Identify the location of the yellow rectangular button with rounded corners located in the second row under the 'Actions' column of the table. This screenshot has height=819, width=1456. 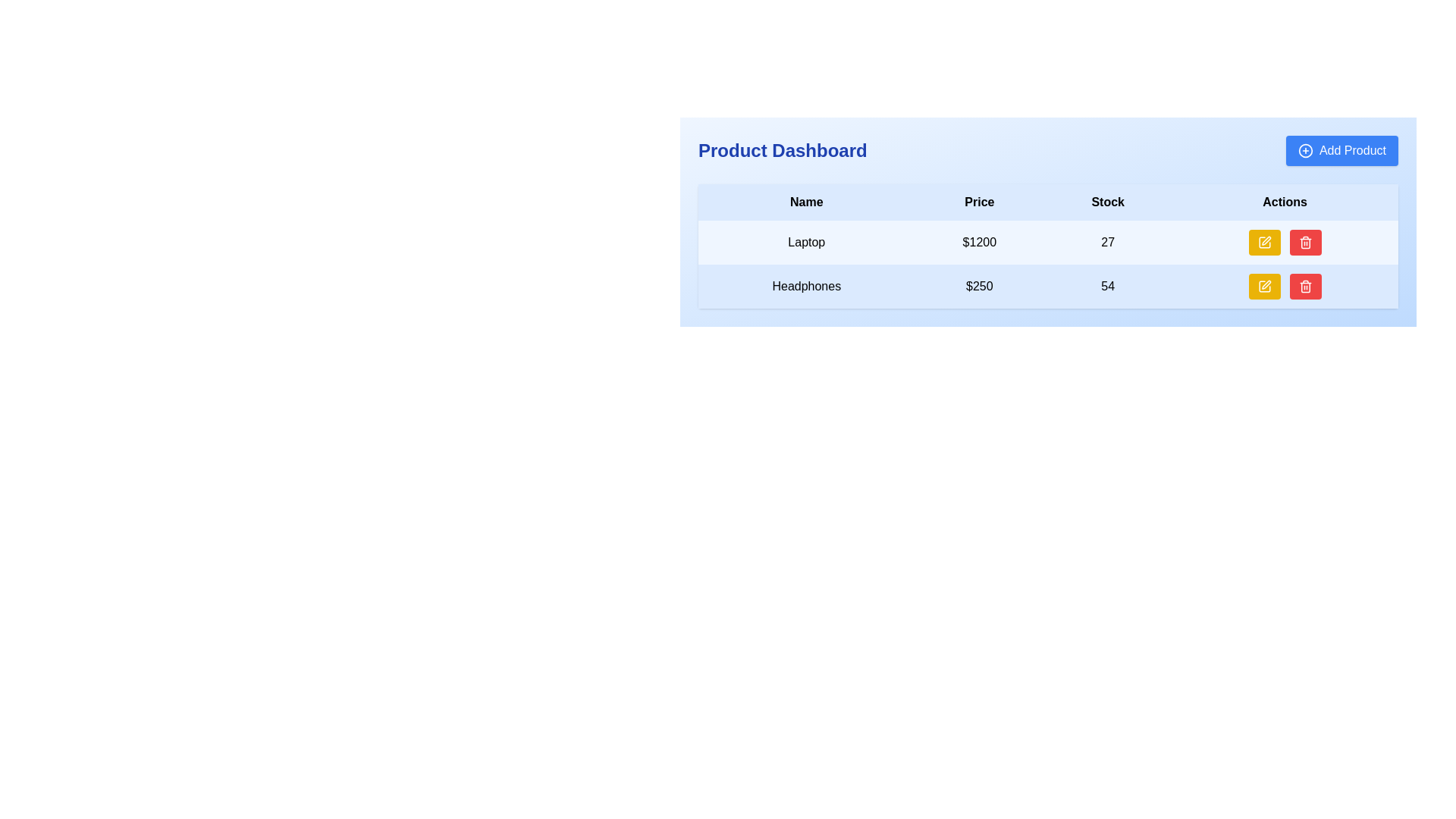
(1264, 287).